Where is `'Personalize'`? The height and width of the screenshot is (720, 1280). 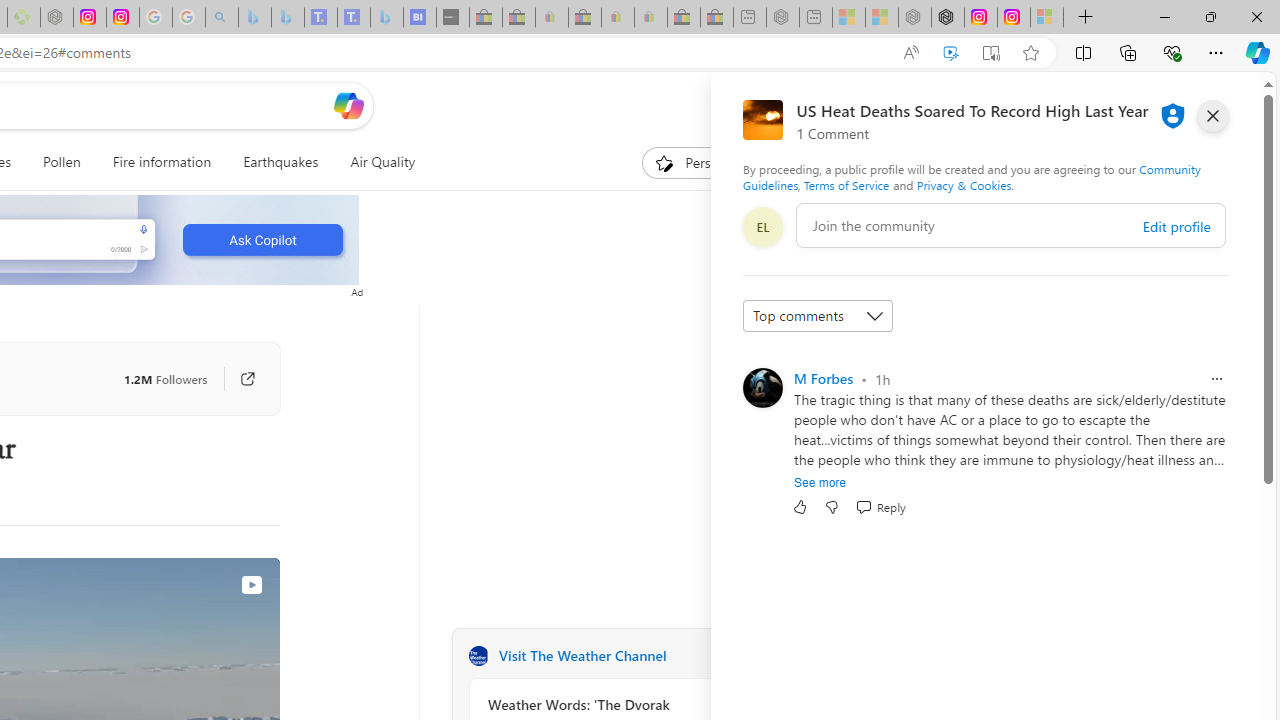 'Personalize' is located at coordinates (704, 162).